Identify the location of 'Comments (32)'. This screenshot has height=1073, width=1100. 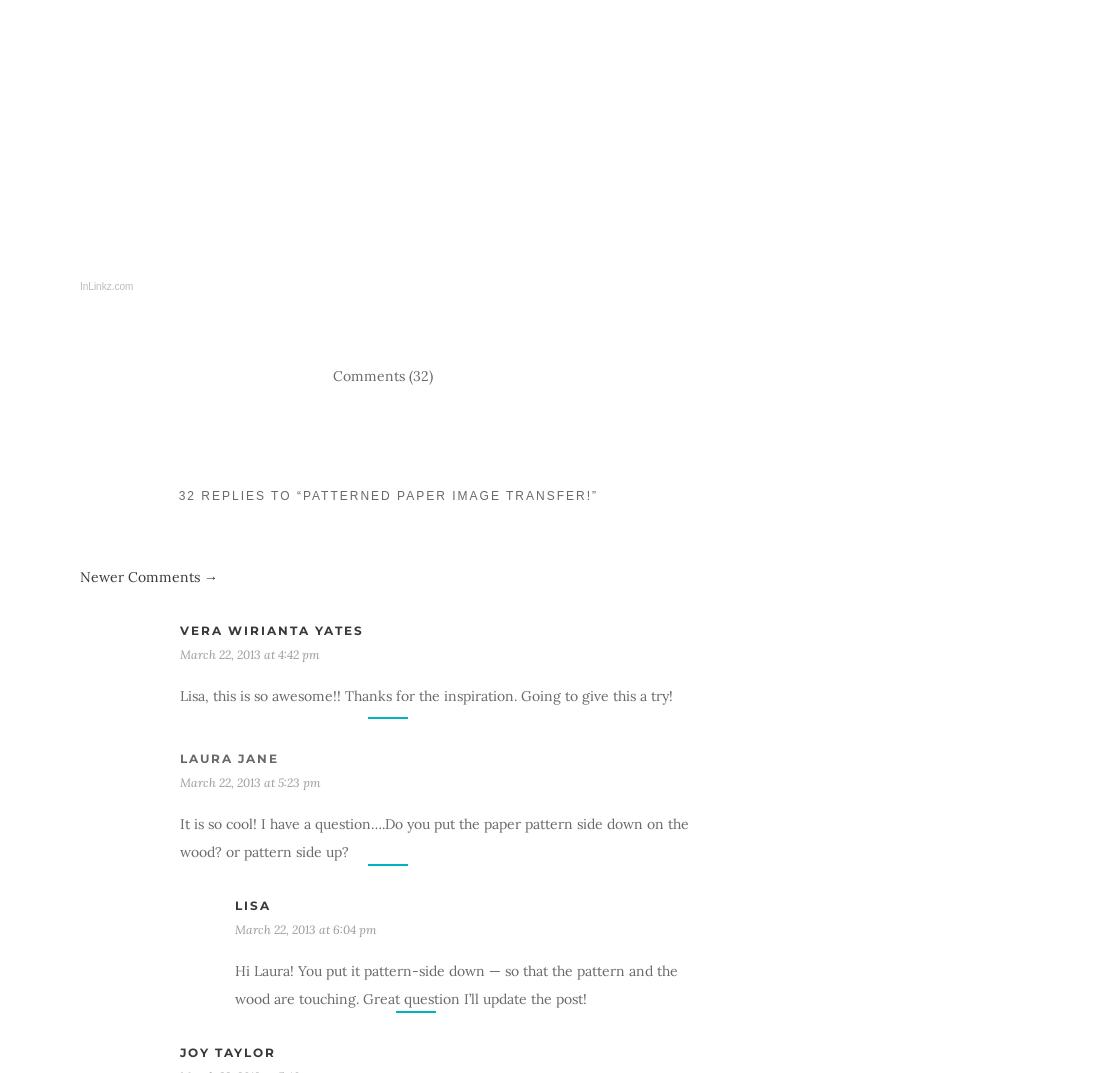
(383, 374).